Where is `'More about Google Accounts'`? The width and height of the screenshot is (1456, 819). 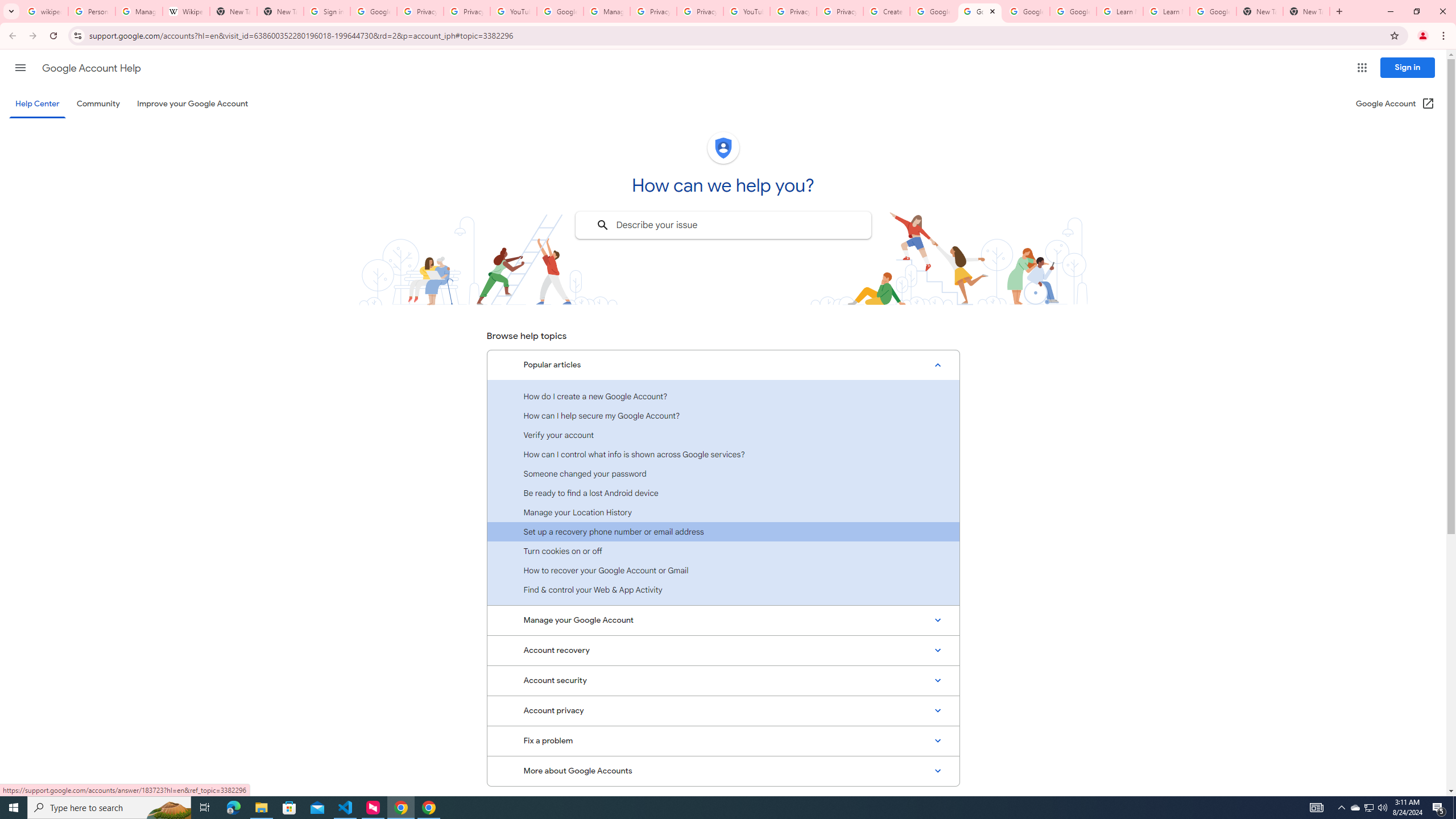
'More about Google Accounts' is located at coordinates (723, 771).